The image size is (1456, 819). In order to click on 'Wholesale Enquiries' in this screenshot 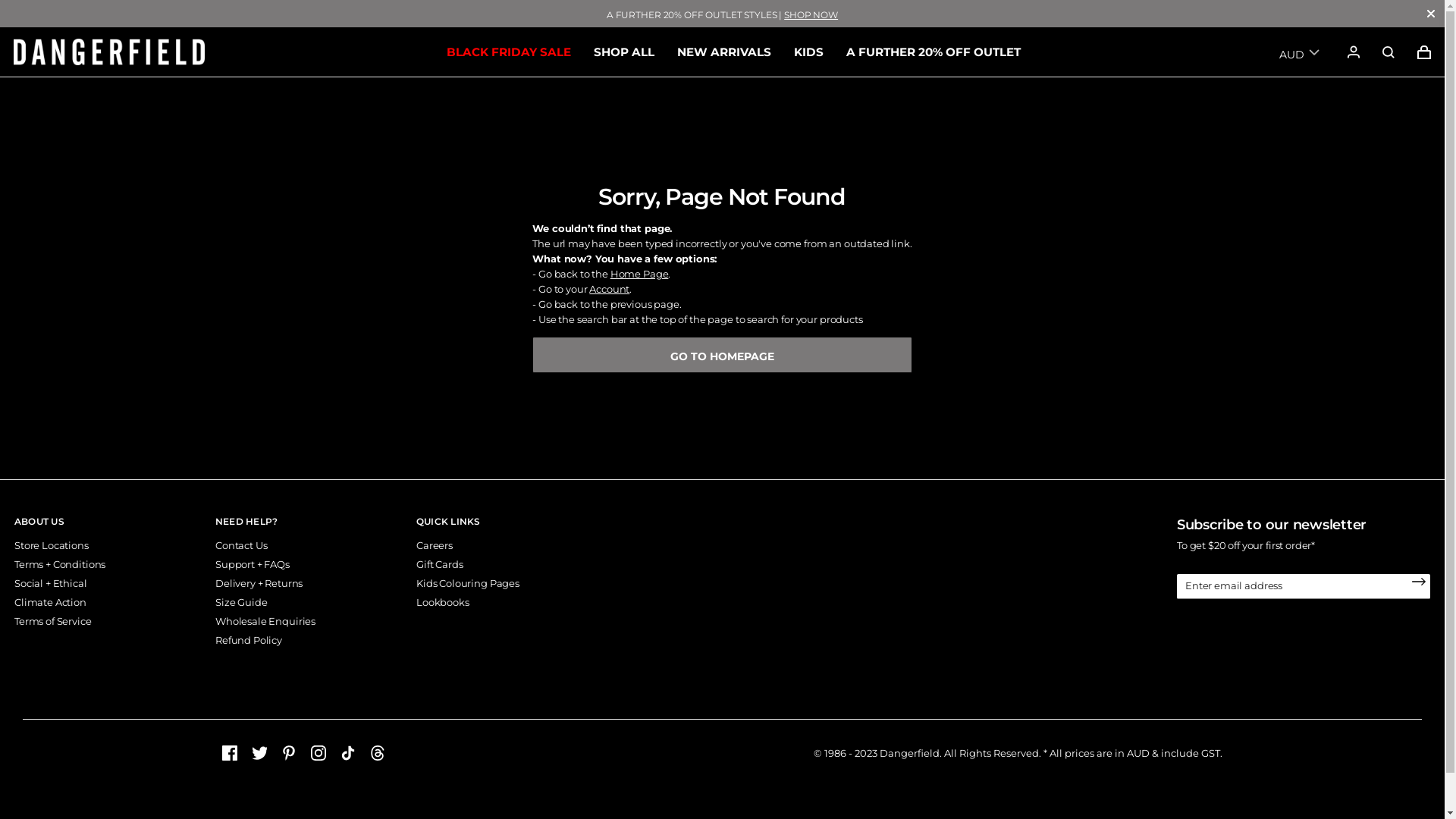, I will do `click(265, 620)`.